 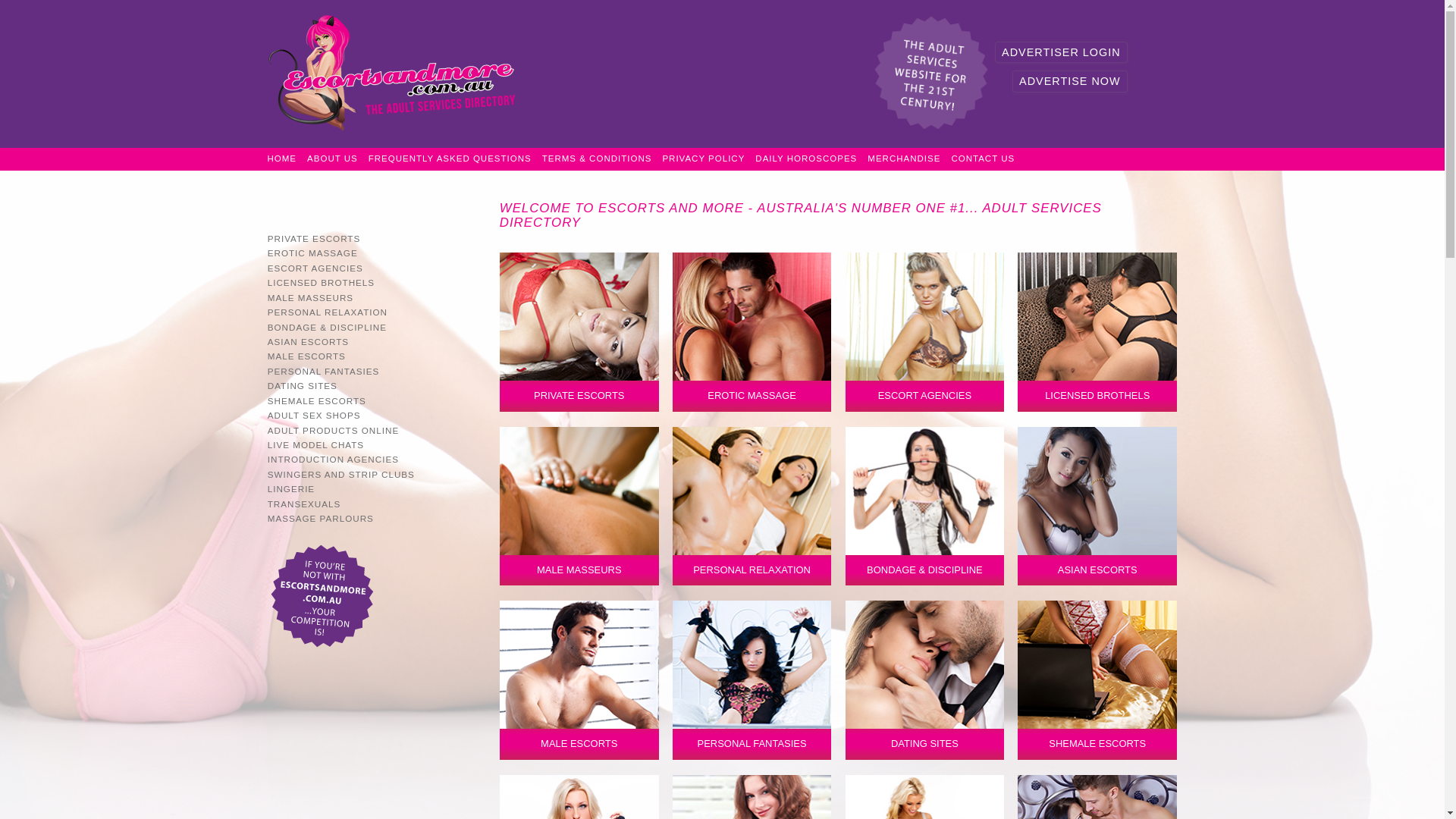 What do you see at coordinates (1097, 331) in the screenshot?
I see `'LICENSED BROTHELS'` at bounding box center [1097, 331].